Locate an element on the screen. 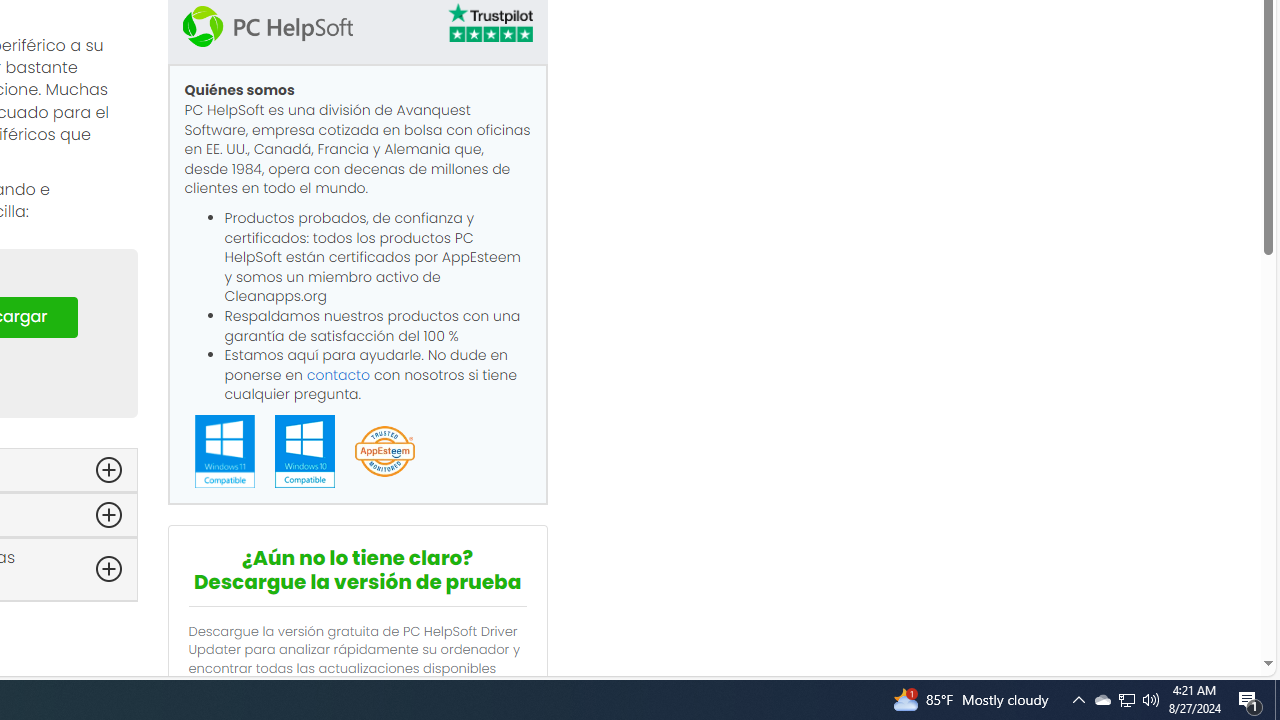 This screenshot has height=720, width=1280. 'Windows 10 Compatible' is located at coordinates (303, 451).